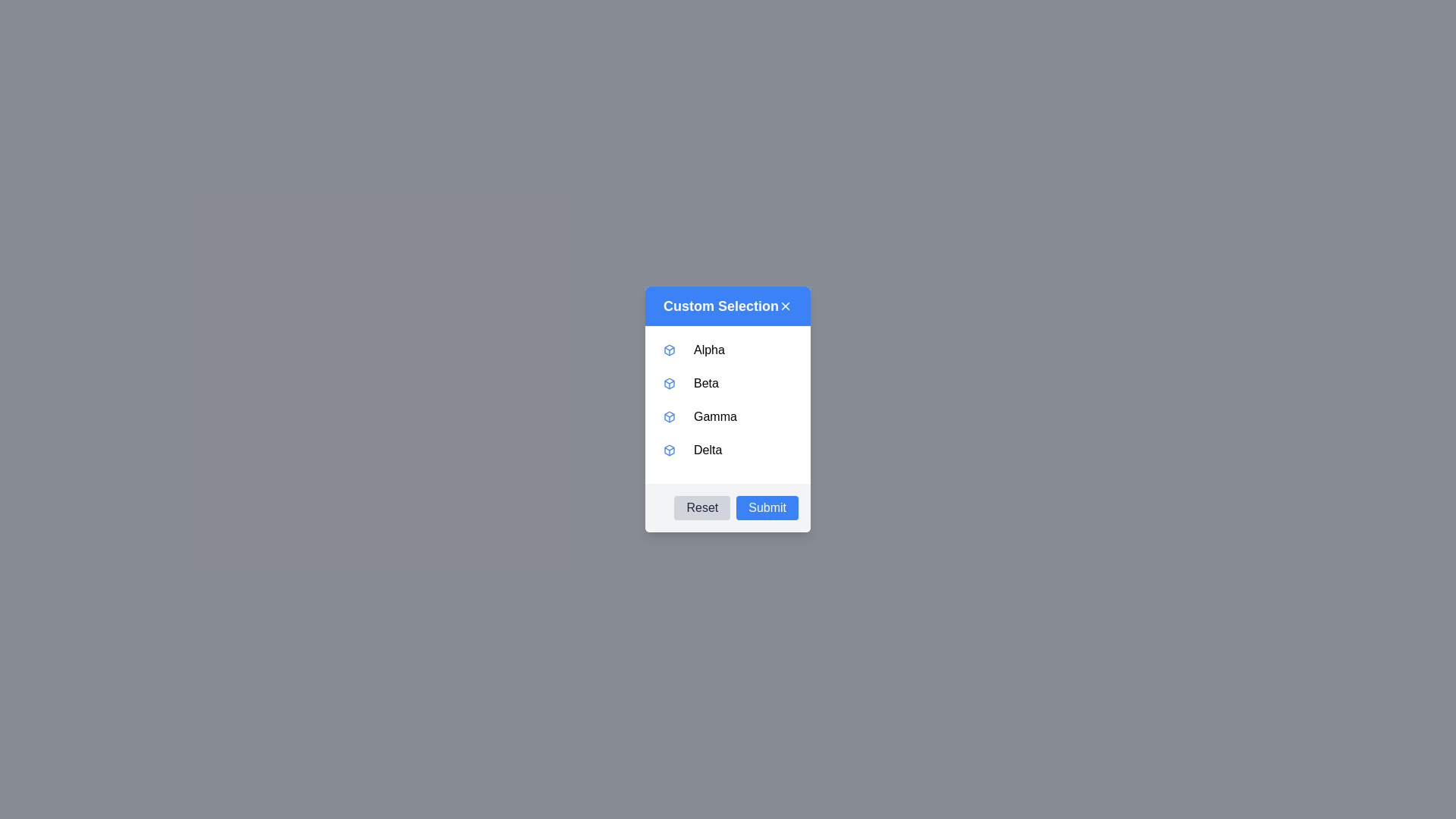 The width and height of the screenshot is (1456, 819). I want to click on the illustrative icon representing the 'Alpha' option in the list under the 'Custom Selection' heading, positioned above the 'Reset' and 'Submit' buttons, so click(669, 350).